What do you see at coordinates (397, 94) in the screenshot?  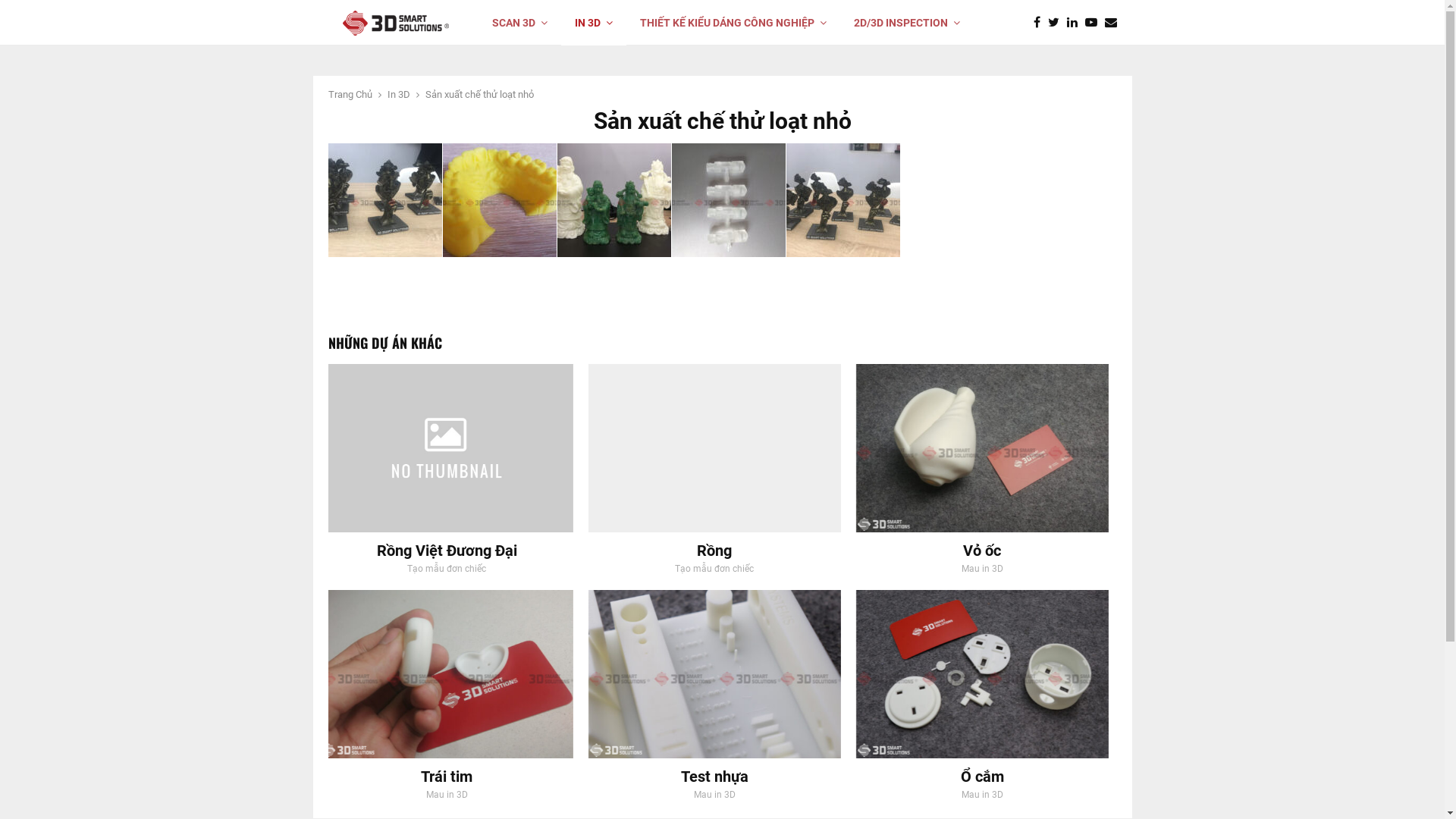 I see `'In 3D'` at bounding box center [397, 94].